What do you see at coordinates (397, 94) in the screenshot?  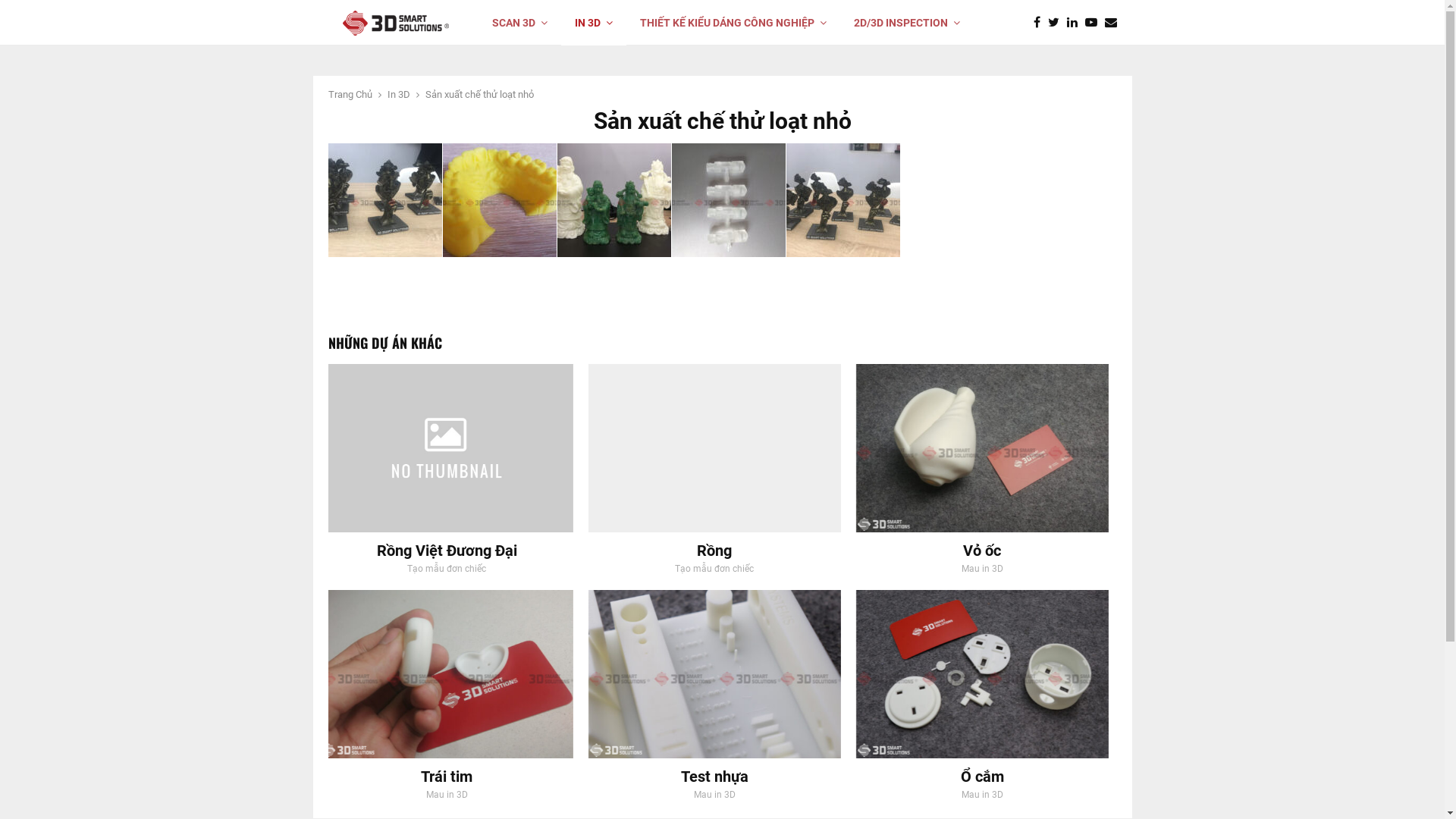 I see `'In 3D'` at bounding box center [397, 94].